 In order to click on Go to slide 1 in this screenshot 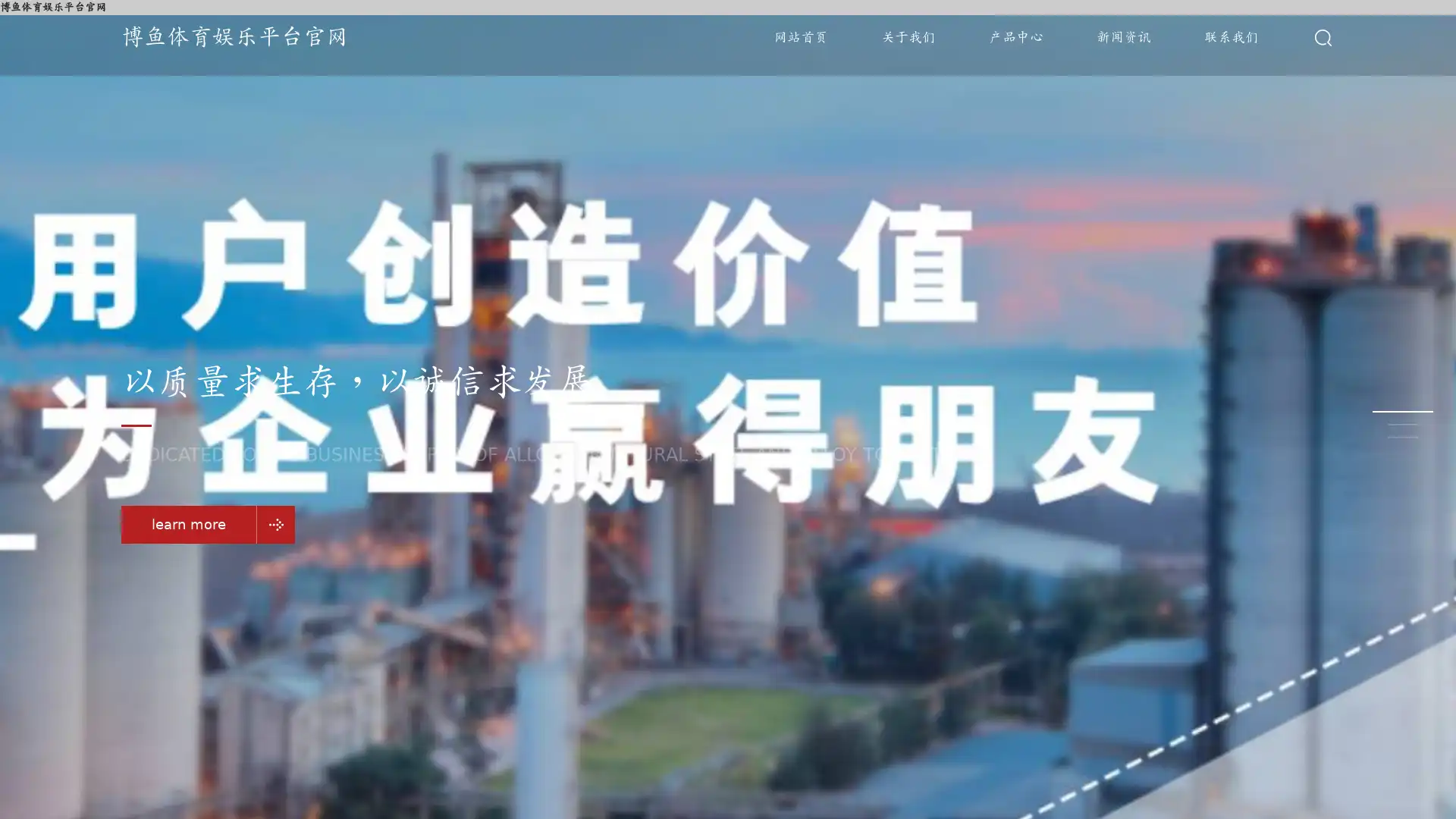, I will do `click(1401, 412)`.